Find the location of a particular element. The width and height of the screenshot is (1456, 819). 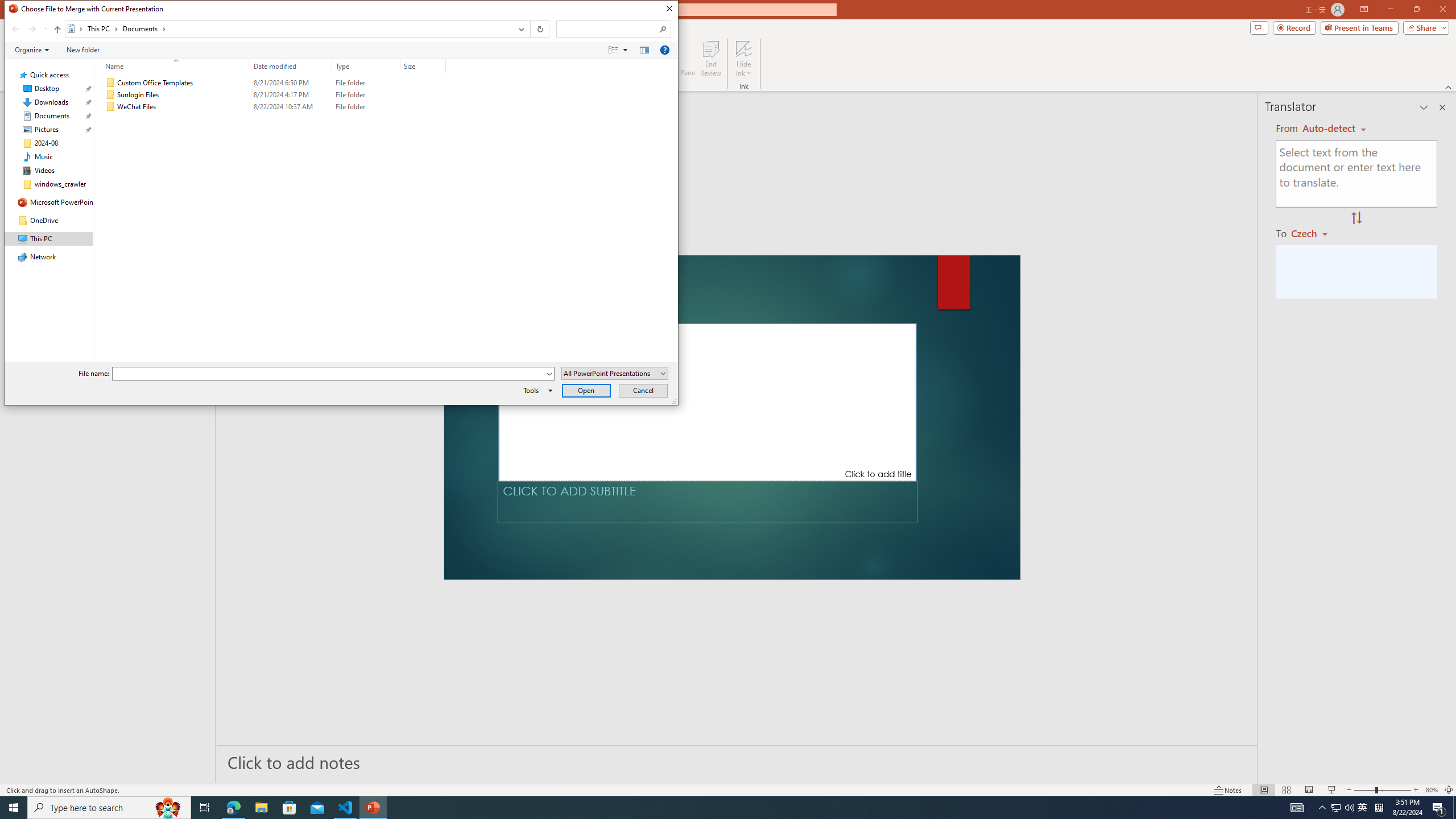

'Size' is located at coordinates (422, 65).